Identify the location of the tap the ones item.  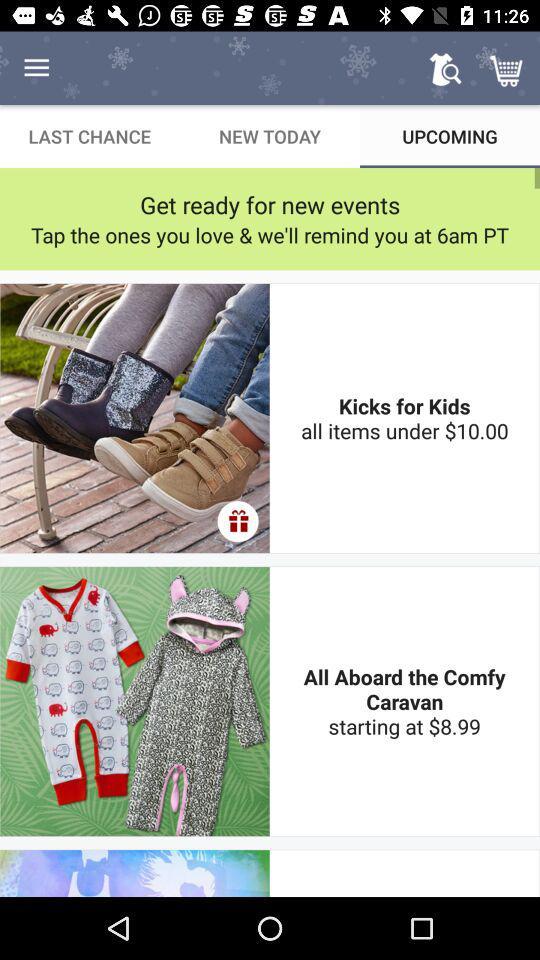
(270, 235).